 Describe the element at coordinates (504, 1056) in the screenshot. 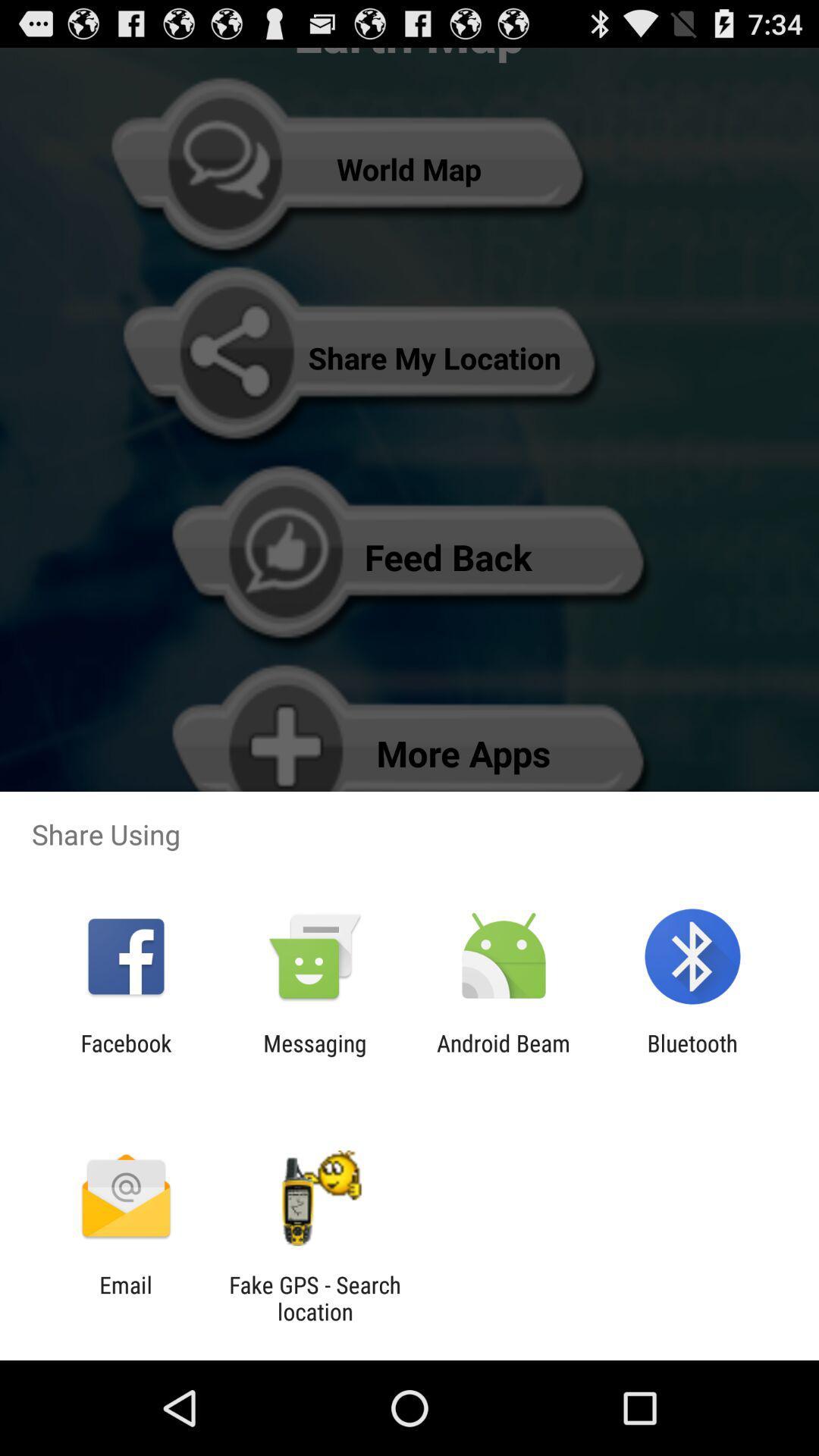

I see `the android beam app` at that location.